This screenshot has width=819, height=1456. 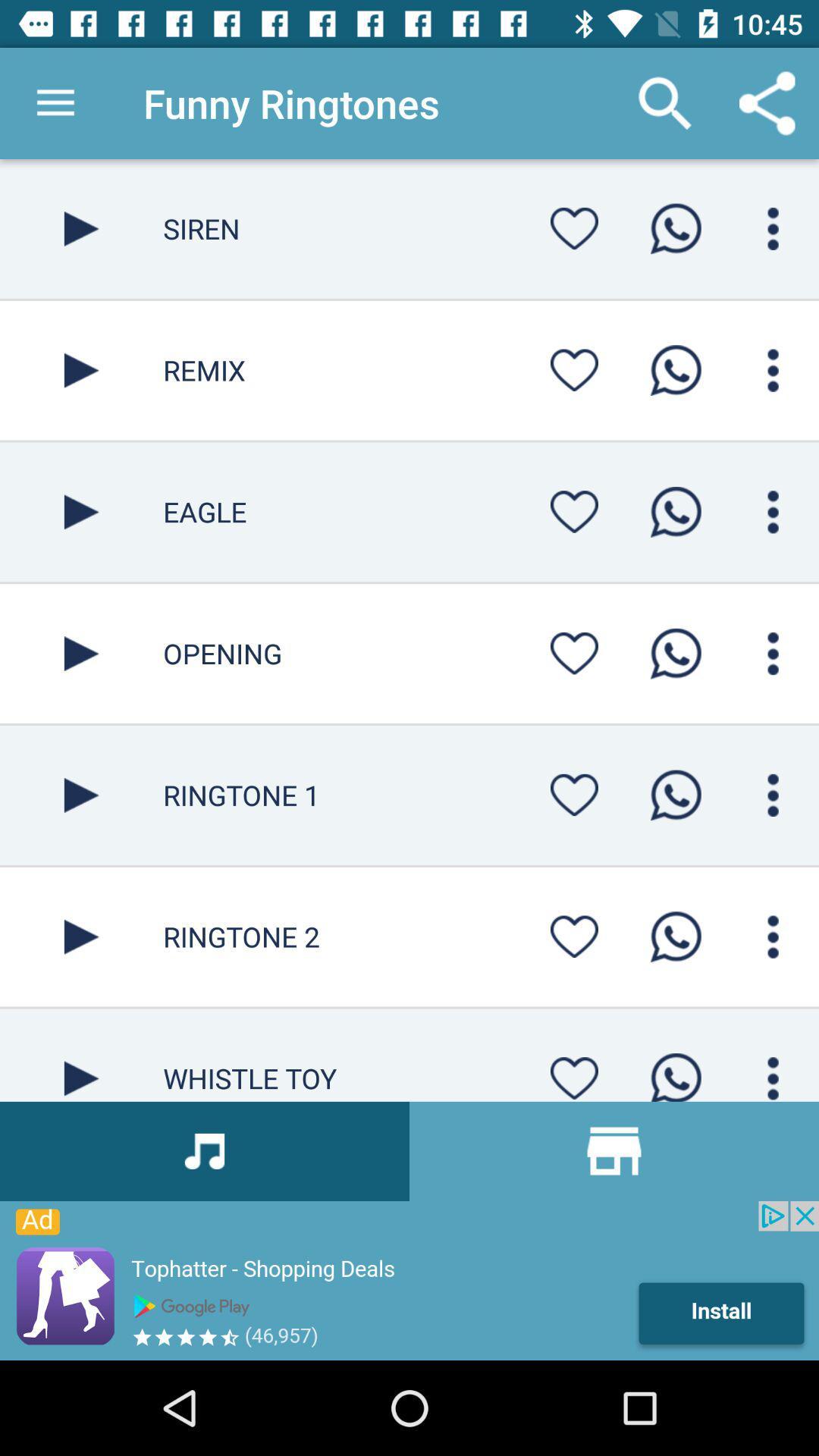 I want to click on share on whatsapp, so click(x=675, y=370).